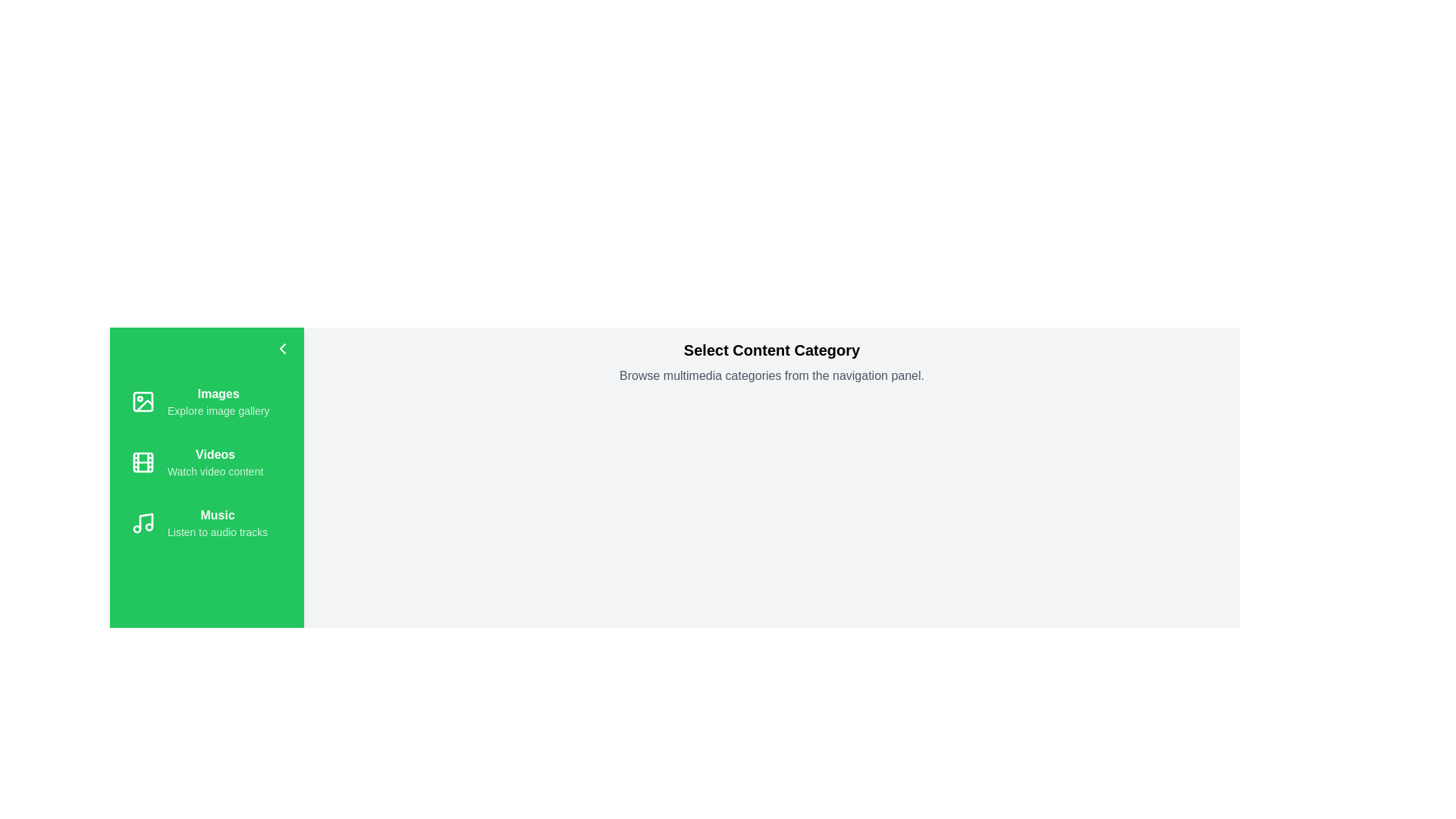 Image resolution: width=1456 pixels, height=819 pixels. Describe the element at coordinates (206, 522) in the screenshot. I see `the category Music to see its hover effect` at that location.